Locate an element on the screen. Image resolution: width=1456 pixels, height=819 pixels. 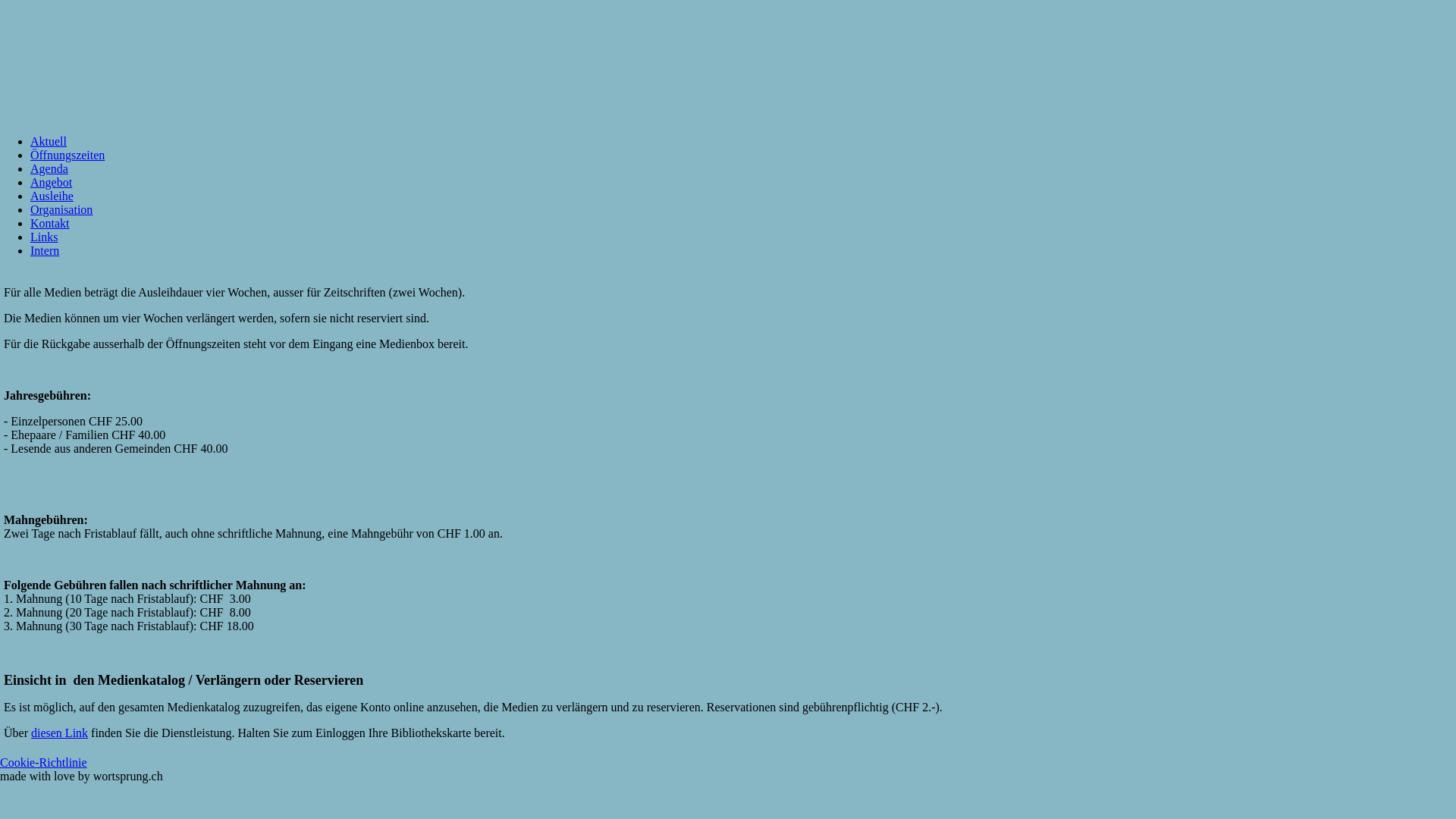
'Cookie-Richtlinie' is located at coordinates (43, 762).